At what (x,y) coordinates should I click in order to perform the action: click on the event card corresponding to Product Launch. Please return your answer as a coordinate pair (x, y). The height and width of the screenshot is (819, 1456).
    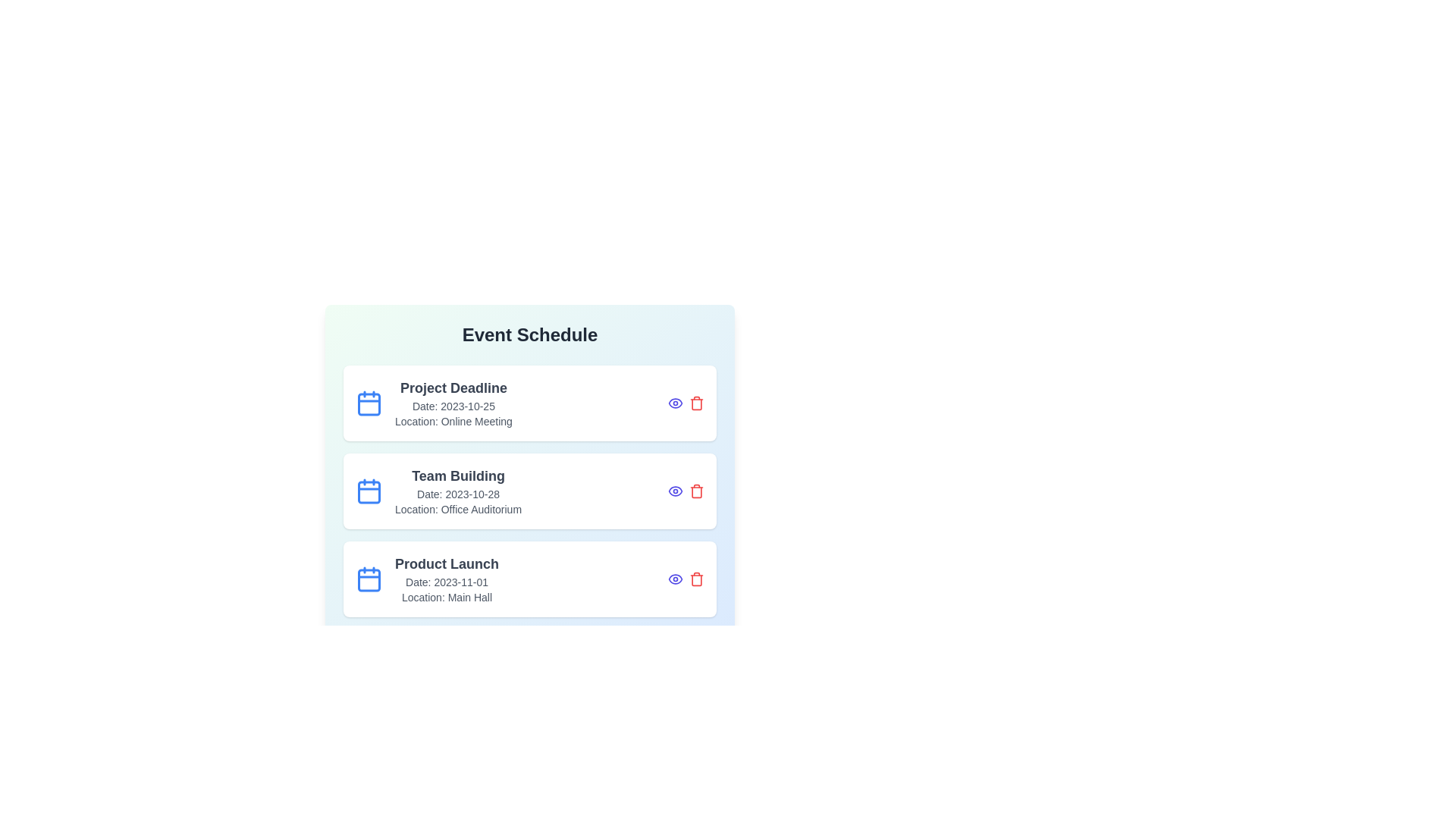
    Looking at the image, I should click on (530, 579).